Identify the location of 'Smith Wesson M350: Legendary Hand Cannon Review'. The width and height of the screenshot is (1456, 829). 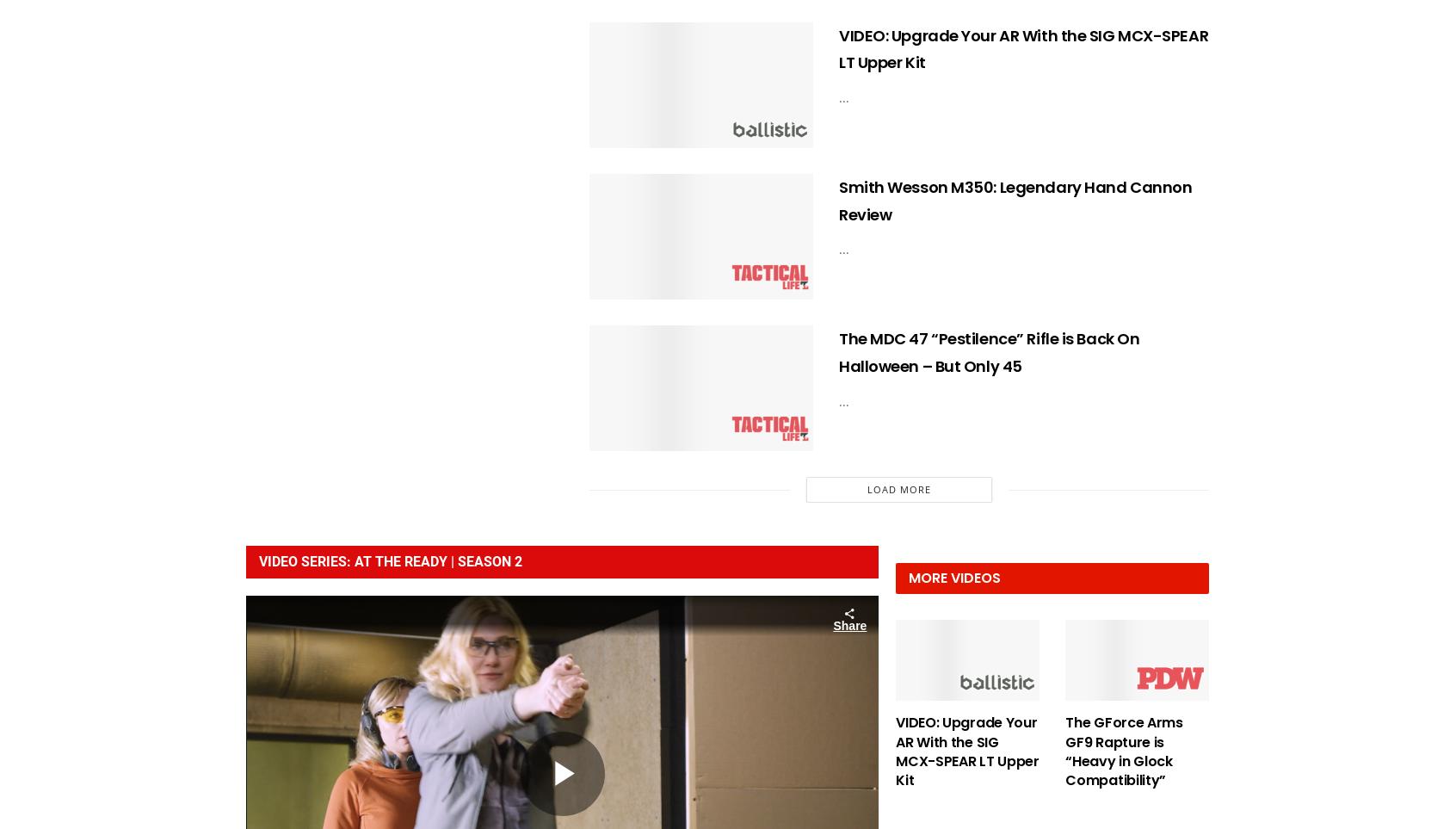
(838, 200).